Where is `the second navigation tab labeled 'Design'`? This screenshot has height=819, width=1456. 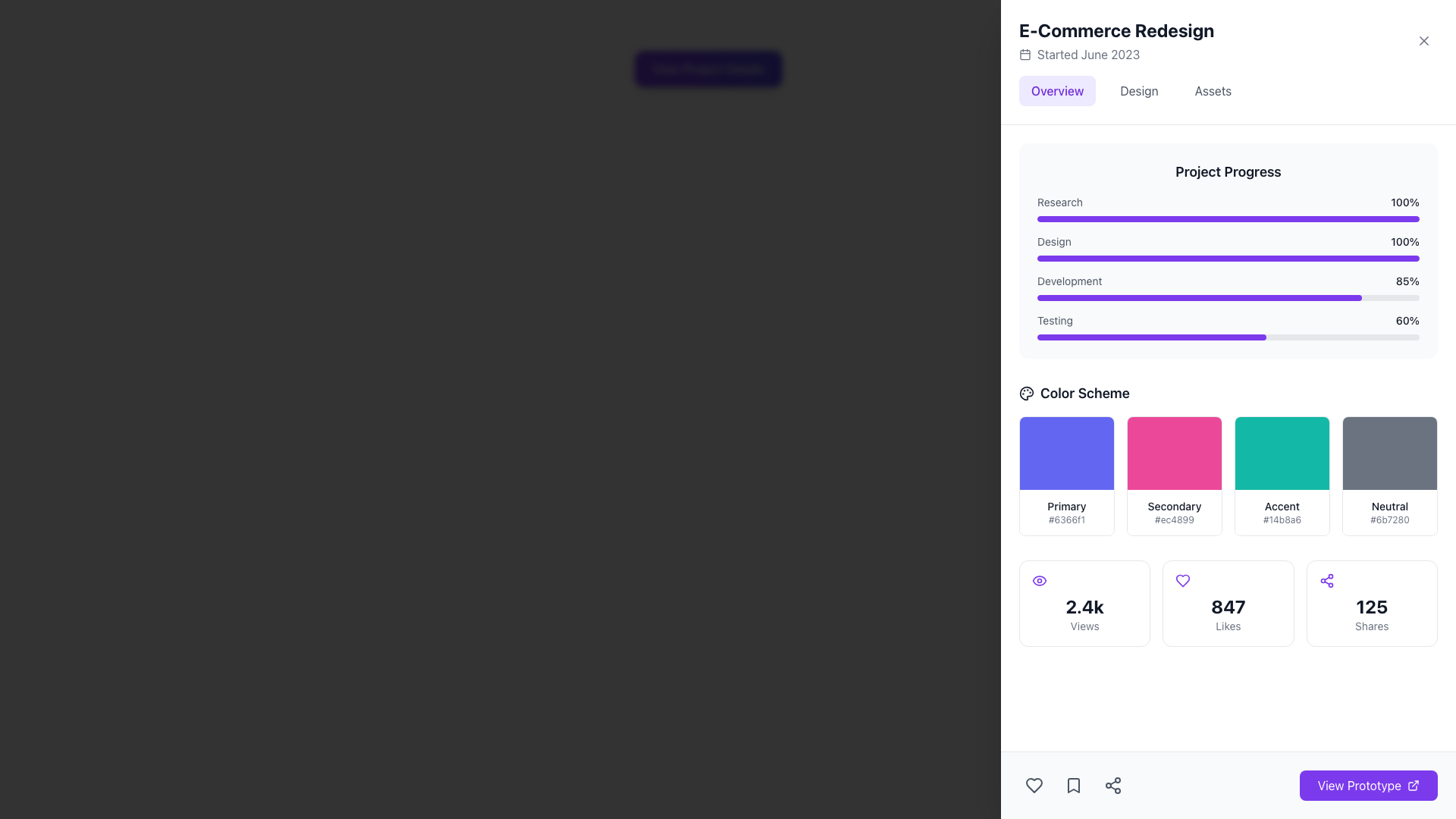
the second navigation tab labeled 'Design' is located at coordinates (1139, 90).